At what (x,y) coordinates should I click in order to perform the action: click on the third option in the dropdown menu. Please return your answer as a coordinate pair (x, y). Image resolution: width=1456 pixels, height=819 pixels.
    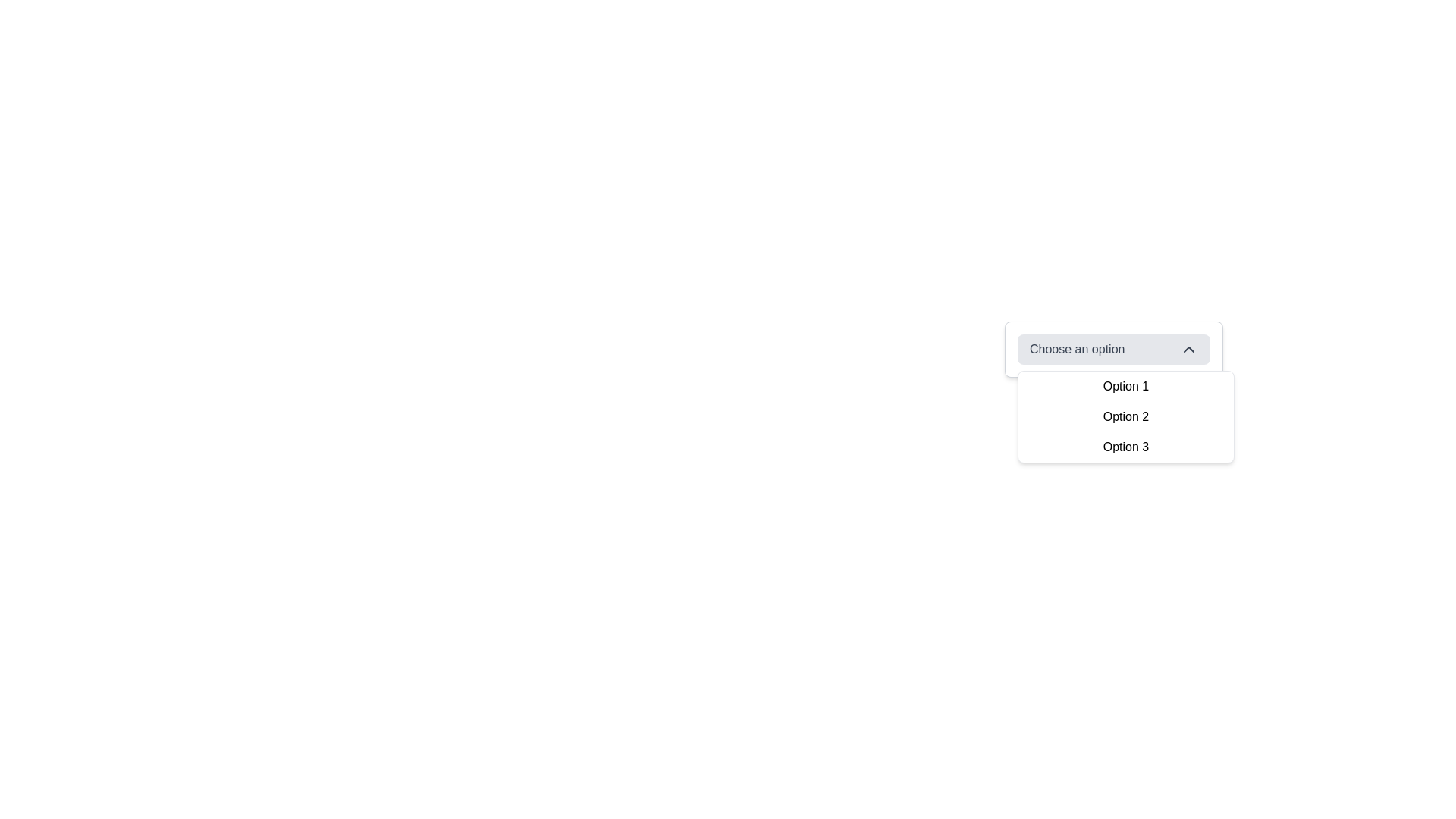
    Looking at the image, I should click on (1125, 447).